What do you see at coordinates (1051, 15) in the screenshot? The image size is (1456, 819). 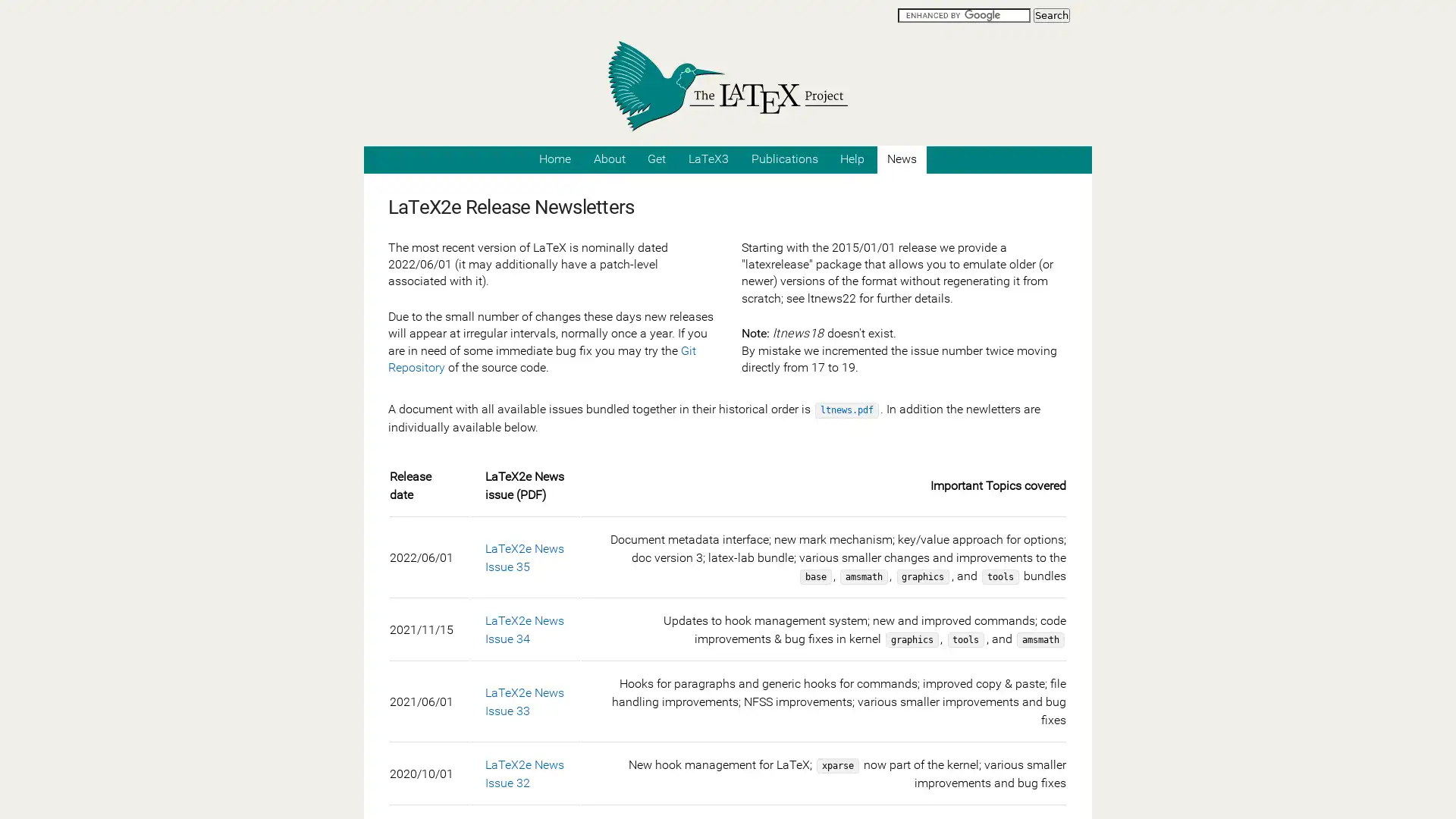 I see `Search` at bounding box center [1051, 15].